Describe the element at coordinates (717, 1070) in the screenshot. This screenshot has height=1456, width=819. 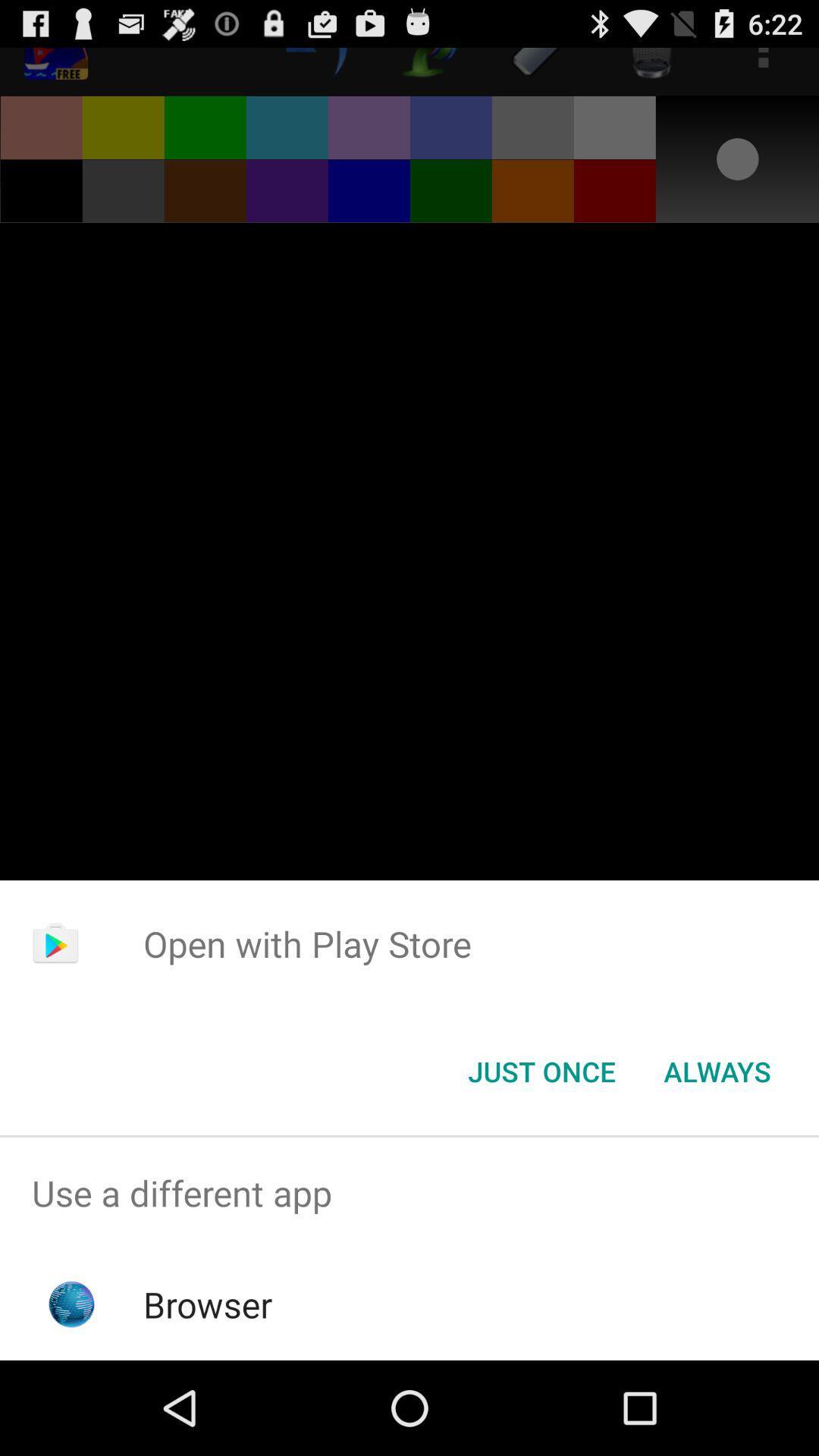
I see `always icon` at that location.